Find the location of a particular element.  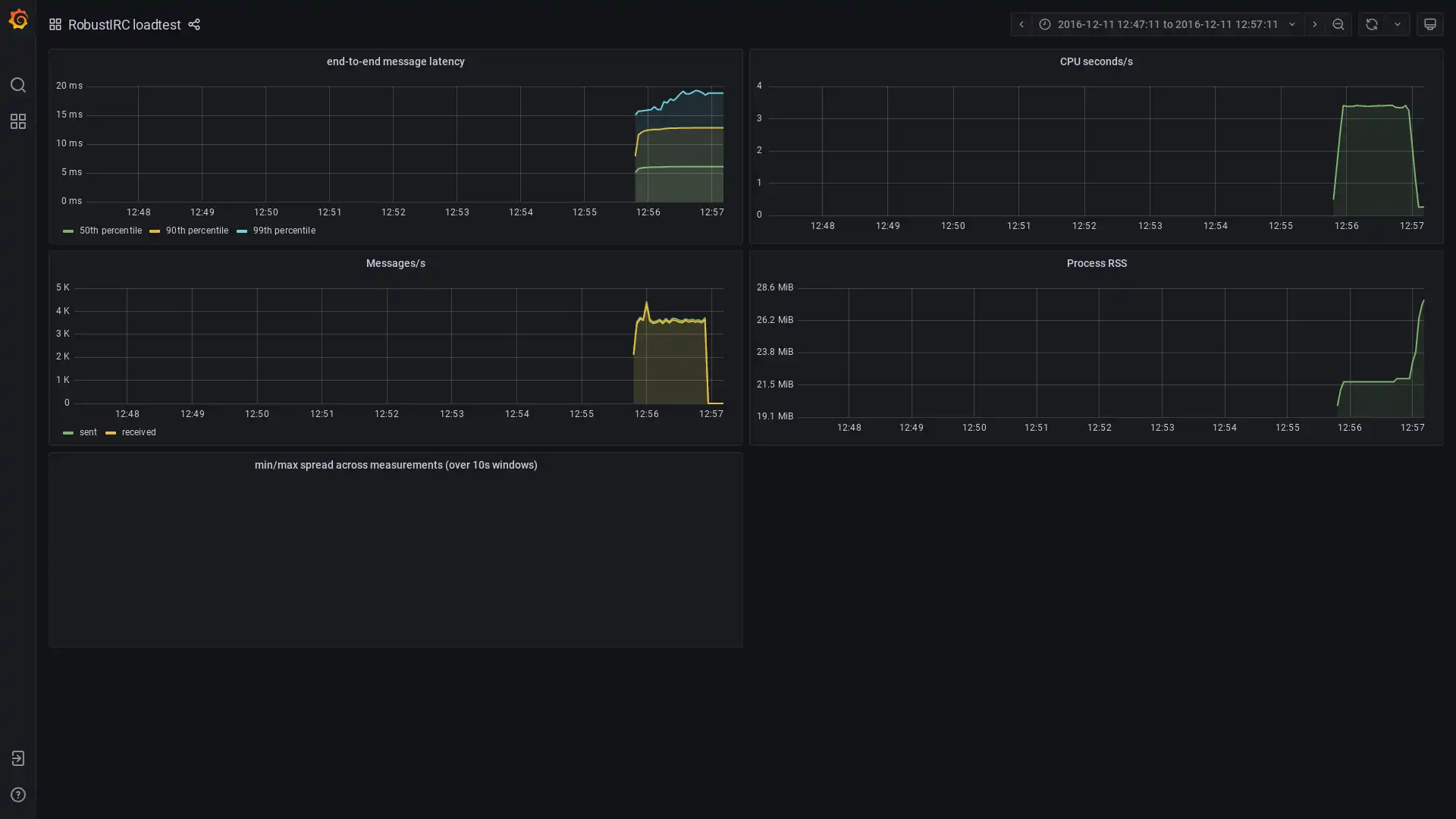

Zoom out time range is located at coordinates (1338, 24).